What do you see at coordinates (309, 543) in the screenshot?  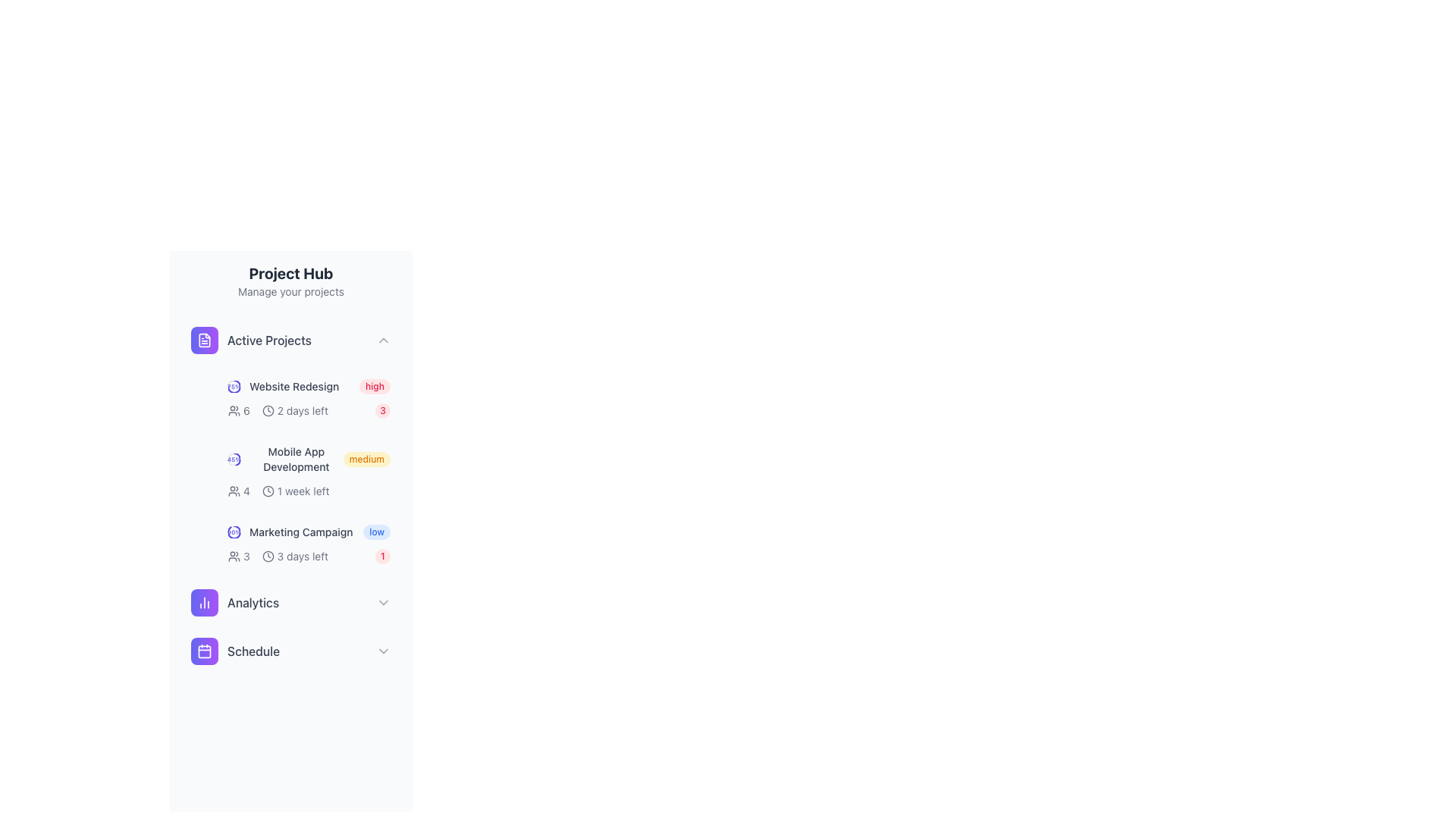 I see `the third project card labeled 'Marketing Campaign'` at bounding box center [309, 543].